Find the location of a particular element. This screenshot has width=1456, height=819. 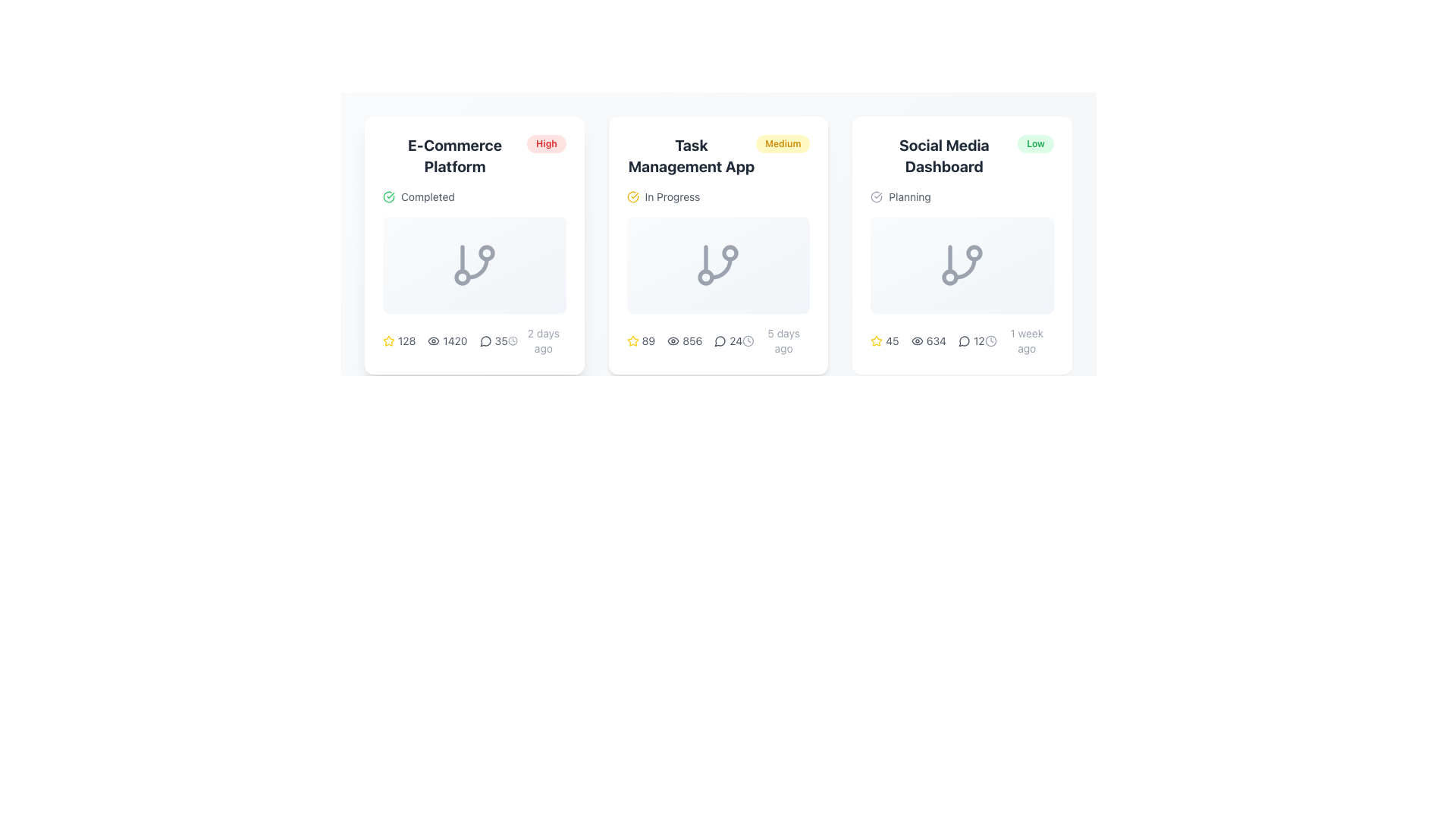

the text label that reads '2 days ago' in light gray color located at the bottom-right area of the leftmost card is located at coordinates (543, 341).